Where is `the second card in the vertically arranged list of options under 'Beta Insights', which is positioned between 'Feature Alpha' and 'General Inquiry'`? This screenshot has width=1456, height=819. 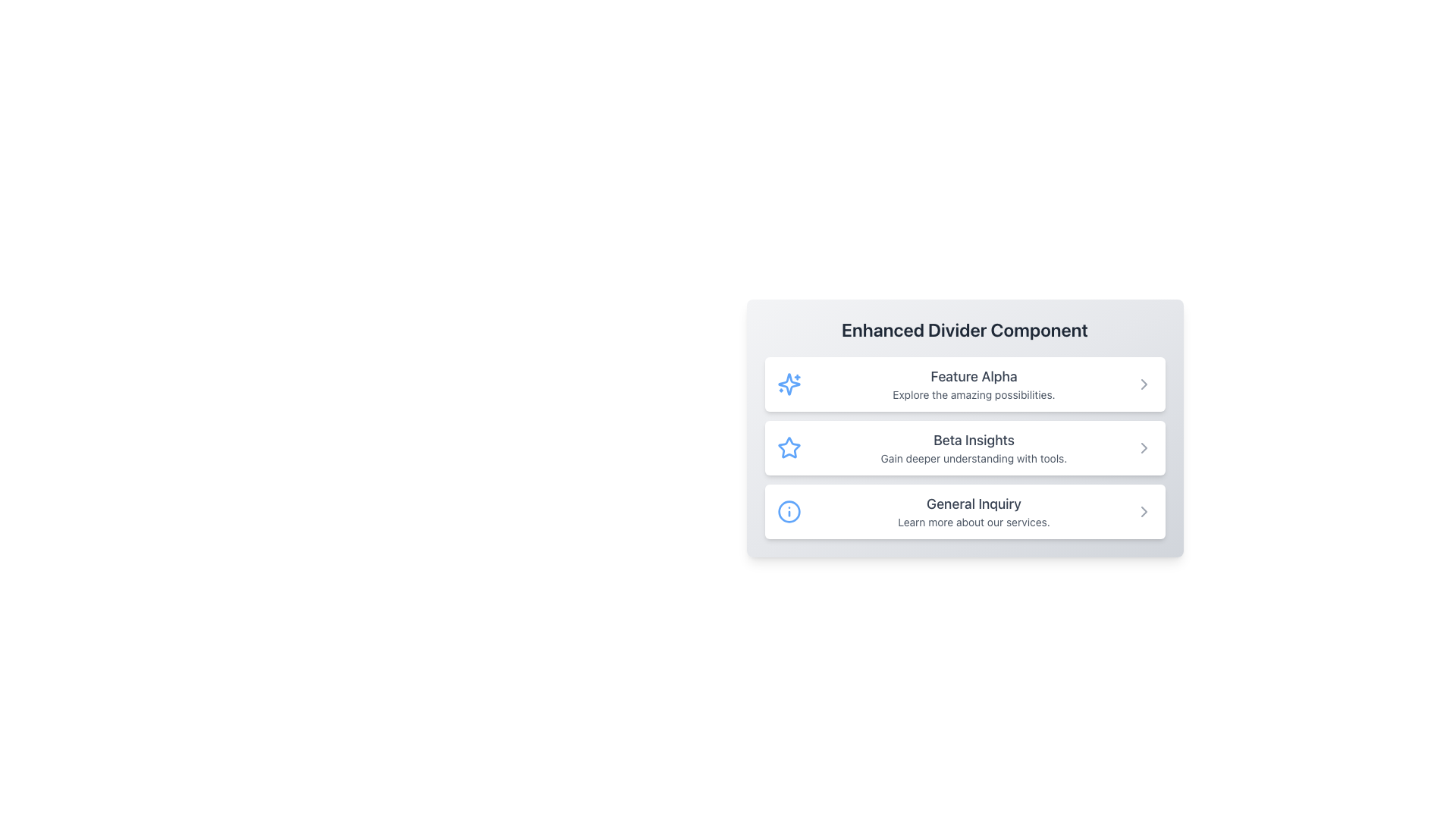
the second card in the vertically arranged list of options under 'Beta Insights', which is positioned between 'Feature Alpha' and 'General Inquiry' is located at coordinates (964, 447).